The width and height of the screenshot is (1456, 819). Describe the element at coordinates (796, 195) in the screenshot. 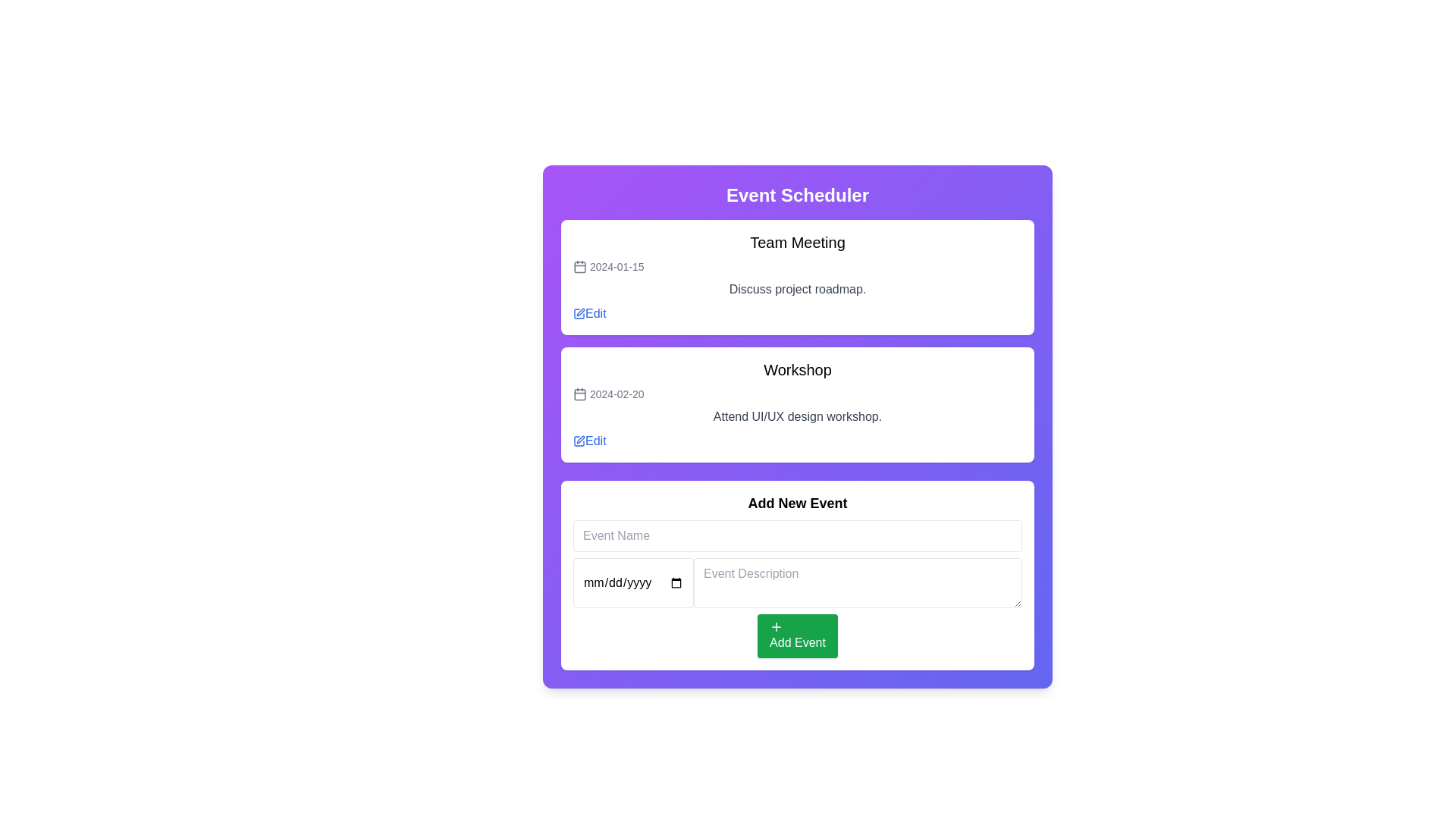

I see `the header text indicating the scheduling events section, located at the top of the card-like layout` at that location.